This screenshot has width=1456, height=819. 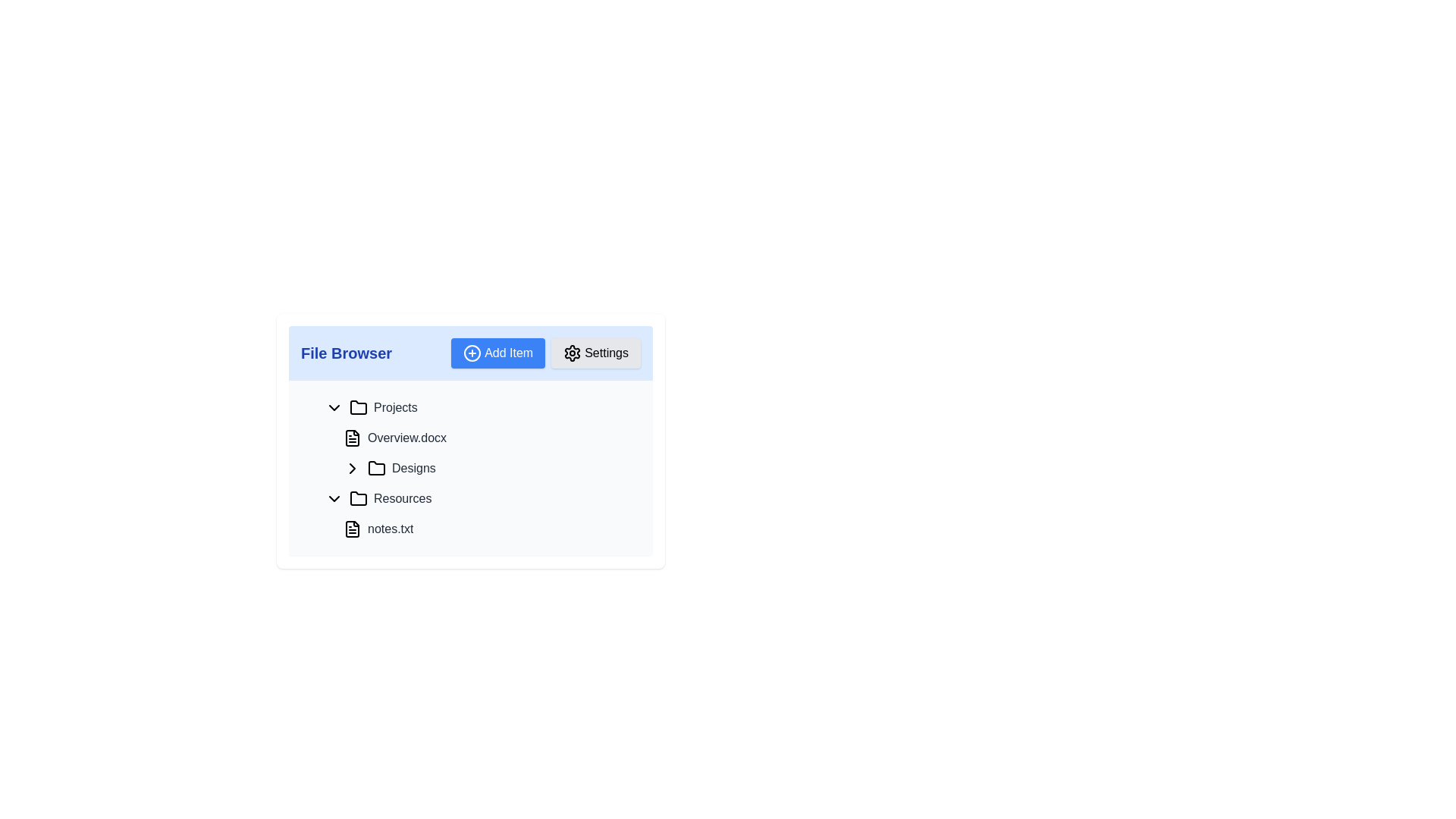 I want to click on text label for the folder named 'Projects' located to the right of the folder icon in the file browser, so click(x=395, y=406).